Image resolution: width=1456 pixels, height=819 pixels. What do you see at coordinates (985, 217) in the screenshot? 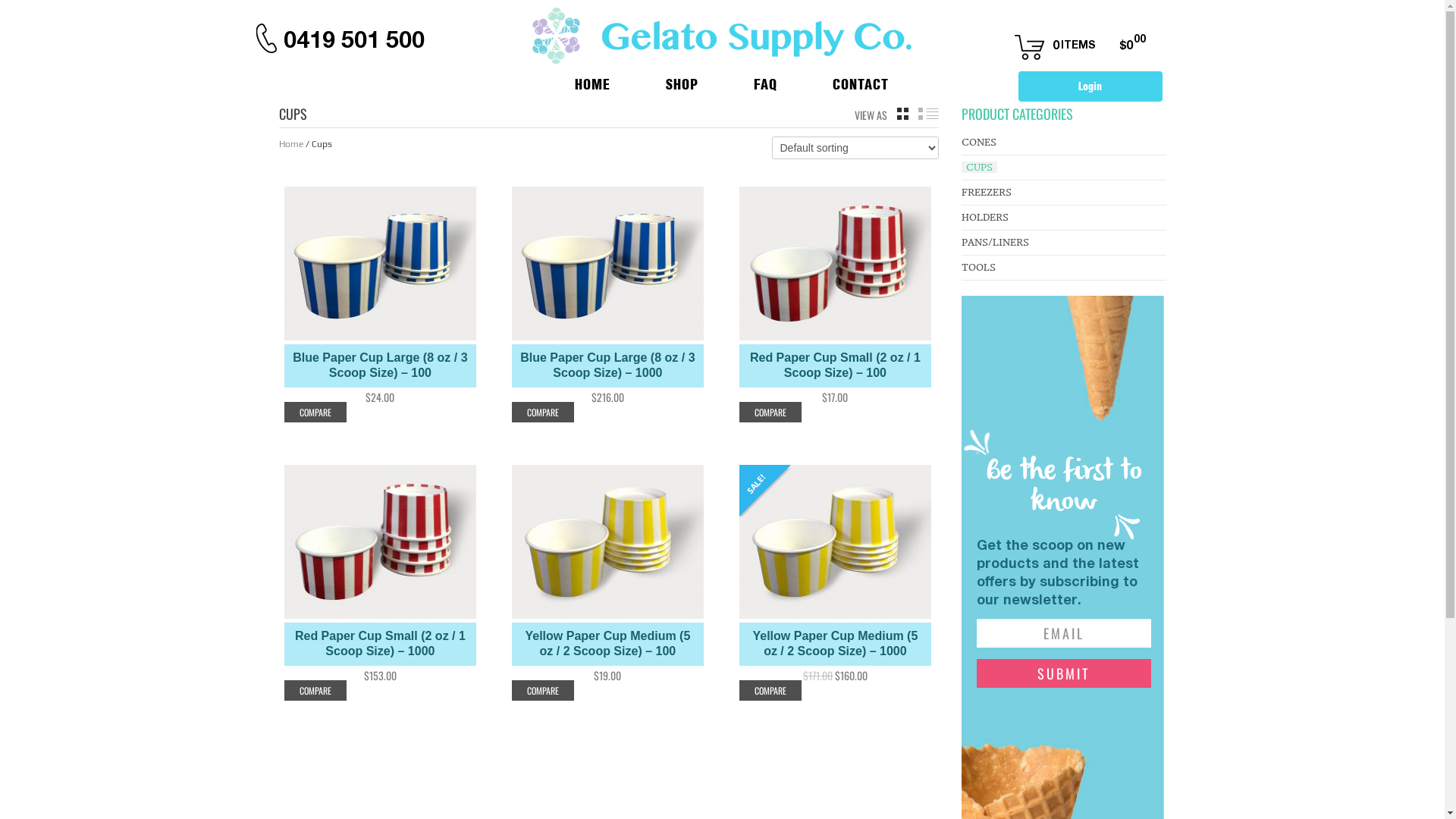
I see `'HOLDERS'` at bounding box center [985, 217].